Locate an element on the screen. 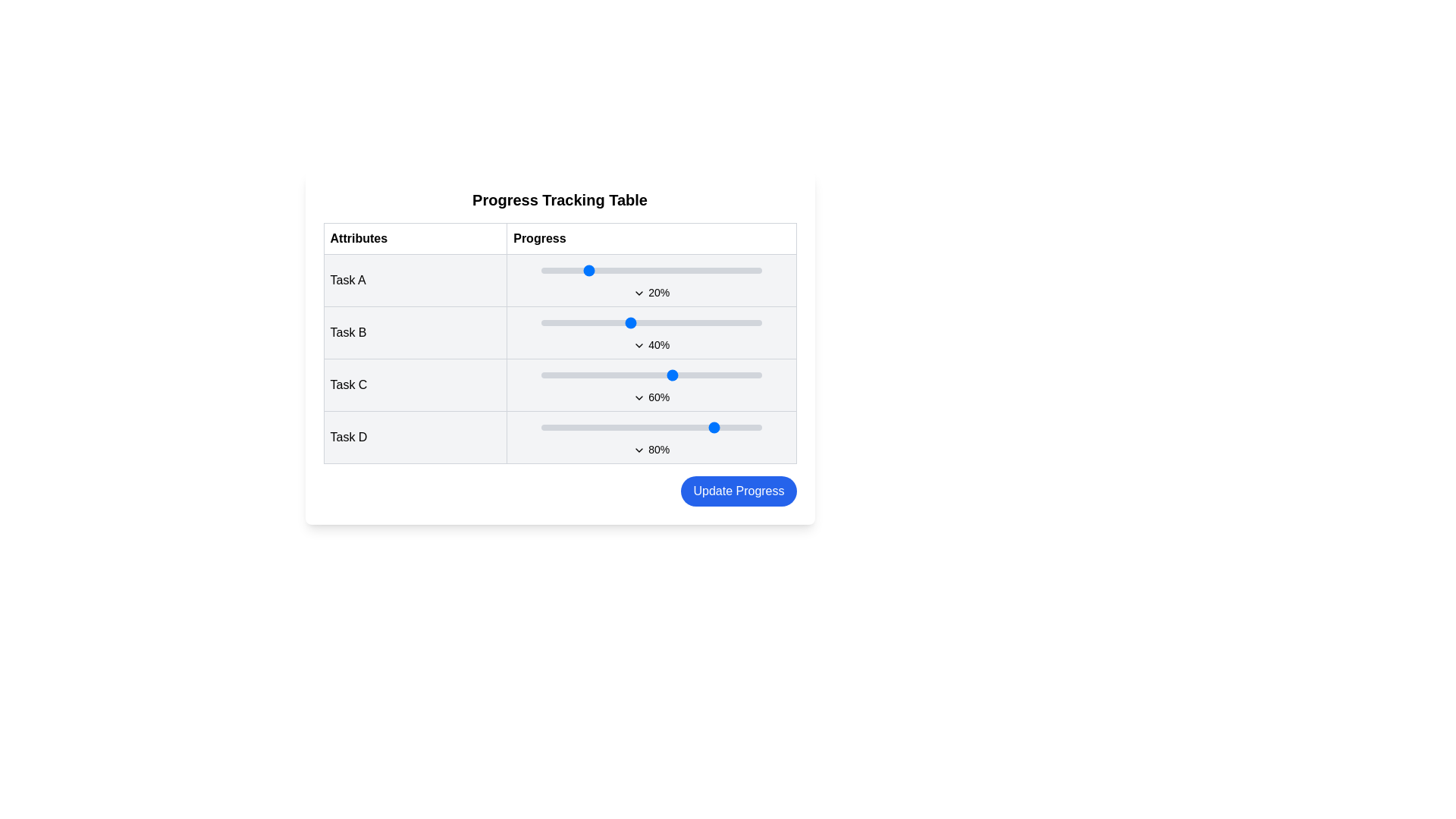  task progress is located at coordinates (661, 427).